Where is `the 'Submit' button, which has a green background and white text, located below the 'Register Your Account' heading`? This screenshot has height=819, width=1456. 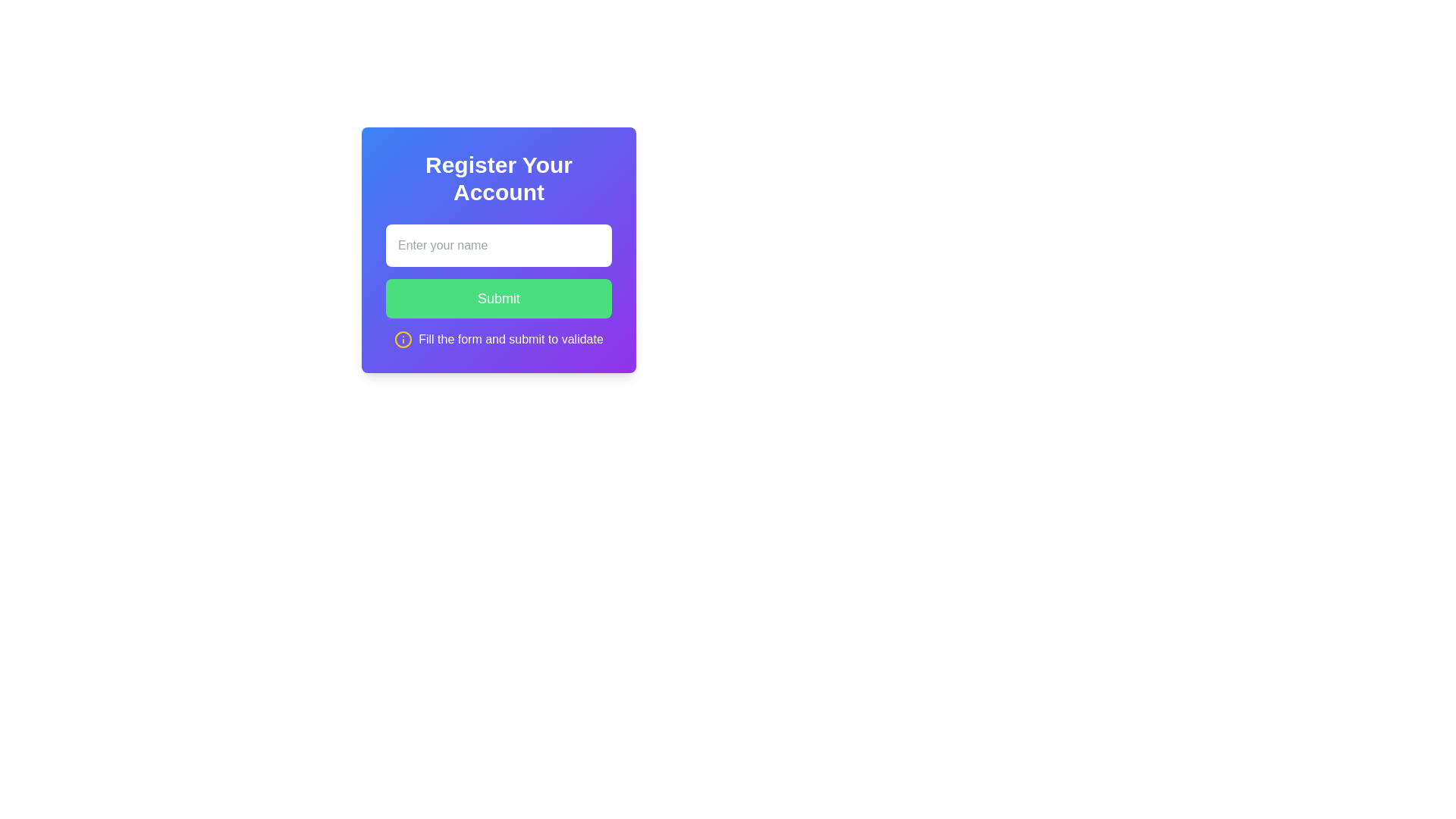
the 'Submit' button, which has a green background and white text, located below the 'Register Your Account' heading is located at coordinates (498, 287).